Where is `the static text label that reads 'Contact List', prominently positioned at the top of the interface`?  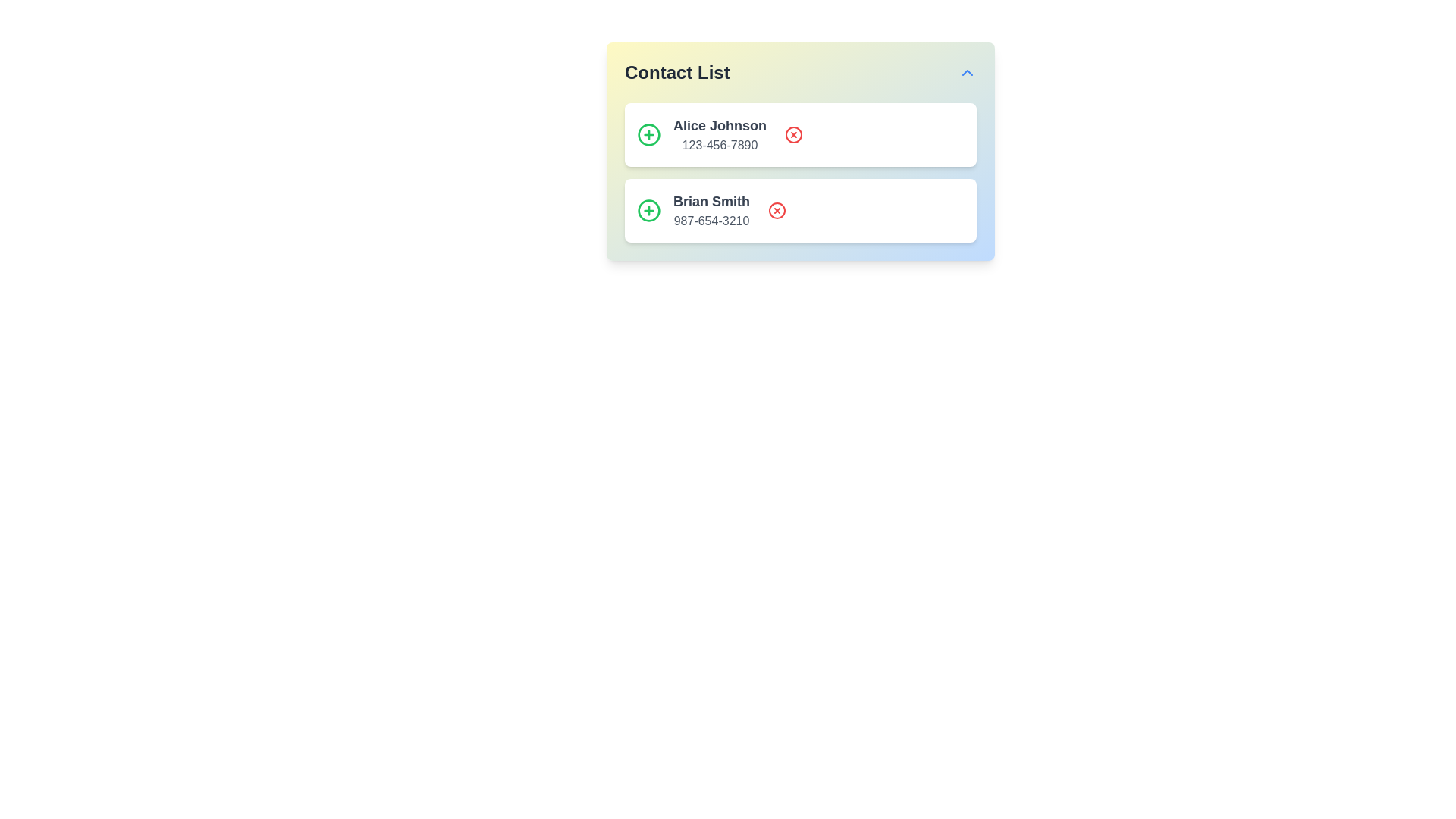 the static text label that reads 'Contact List', prominently positioned at the top of the interface is located at coordinates (676, 73).